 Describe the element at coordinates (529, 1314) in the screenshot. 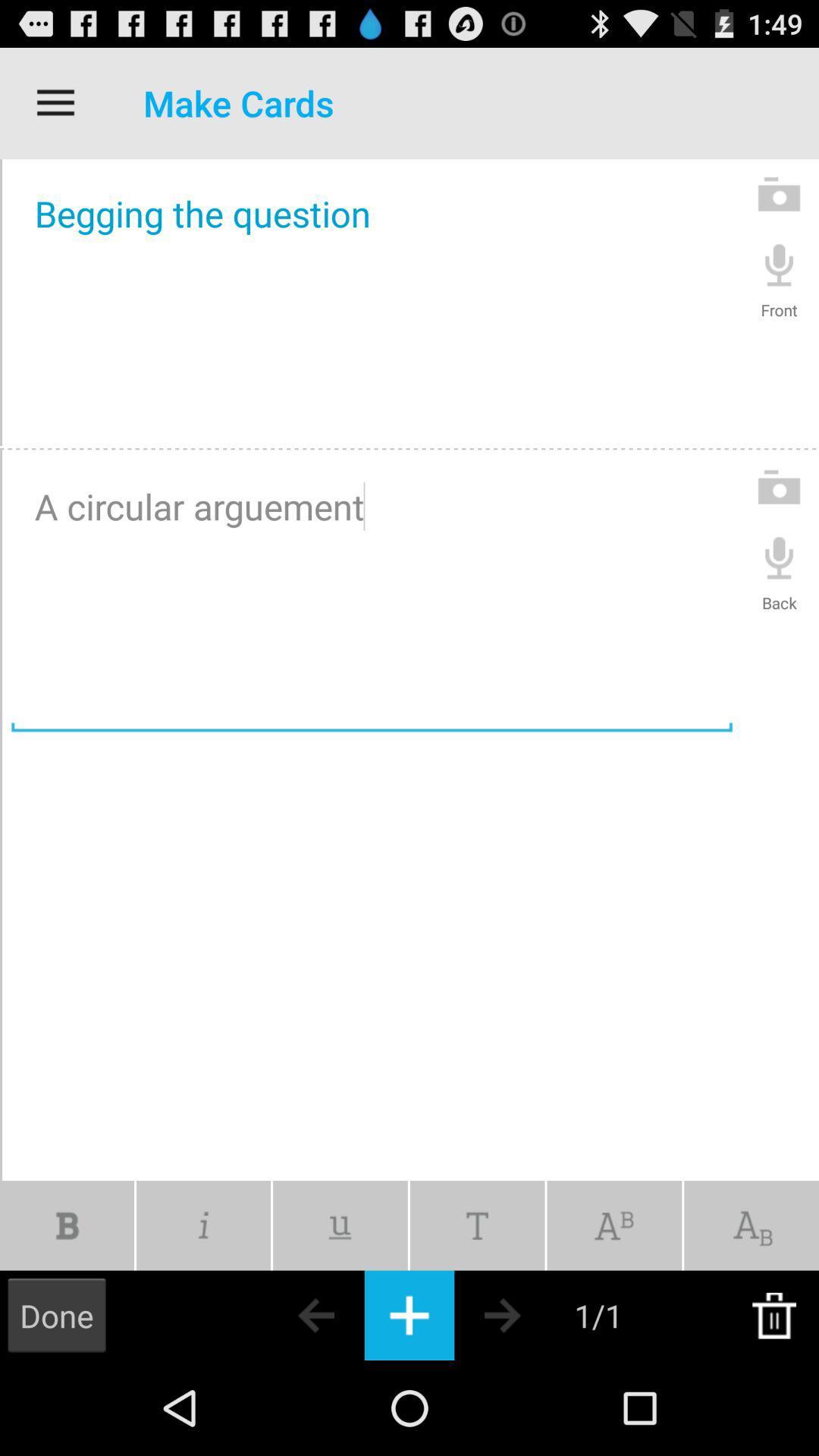

I see `icon next to 1/1` at that location.